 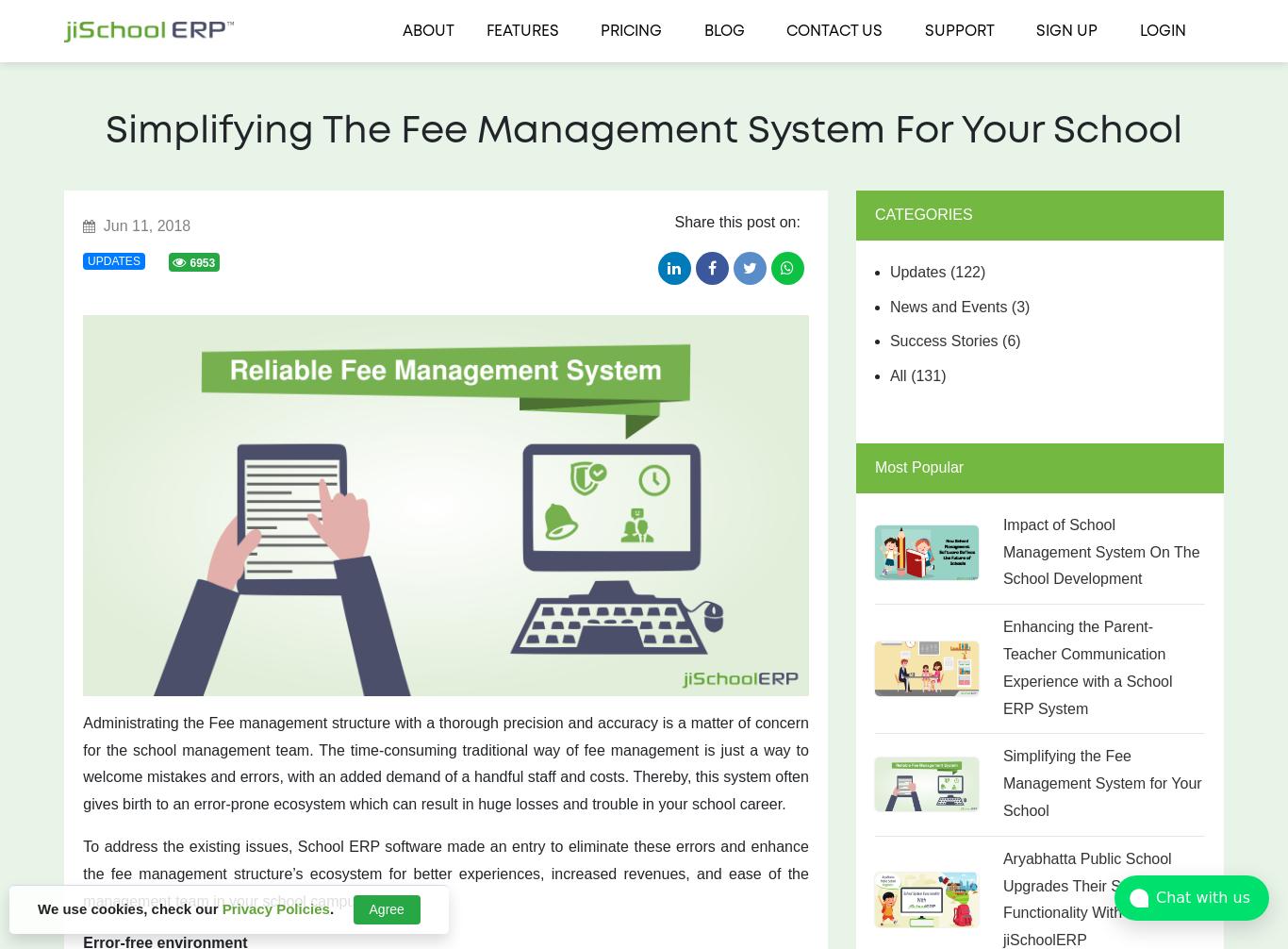 I want to click on 'To address the existing issues, School ERP software made an entry to eliminate these errors and enhance the fee management structure’s ecosystem for better experiences, increased revenues, and ease of the management team in your school campus:', so click(x=82, y=873).